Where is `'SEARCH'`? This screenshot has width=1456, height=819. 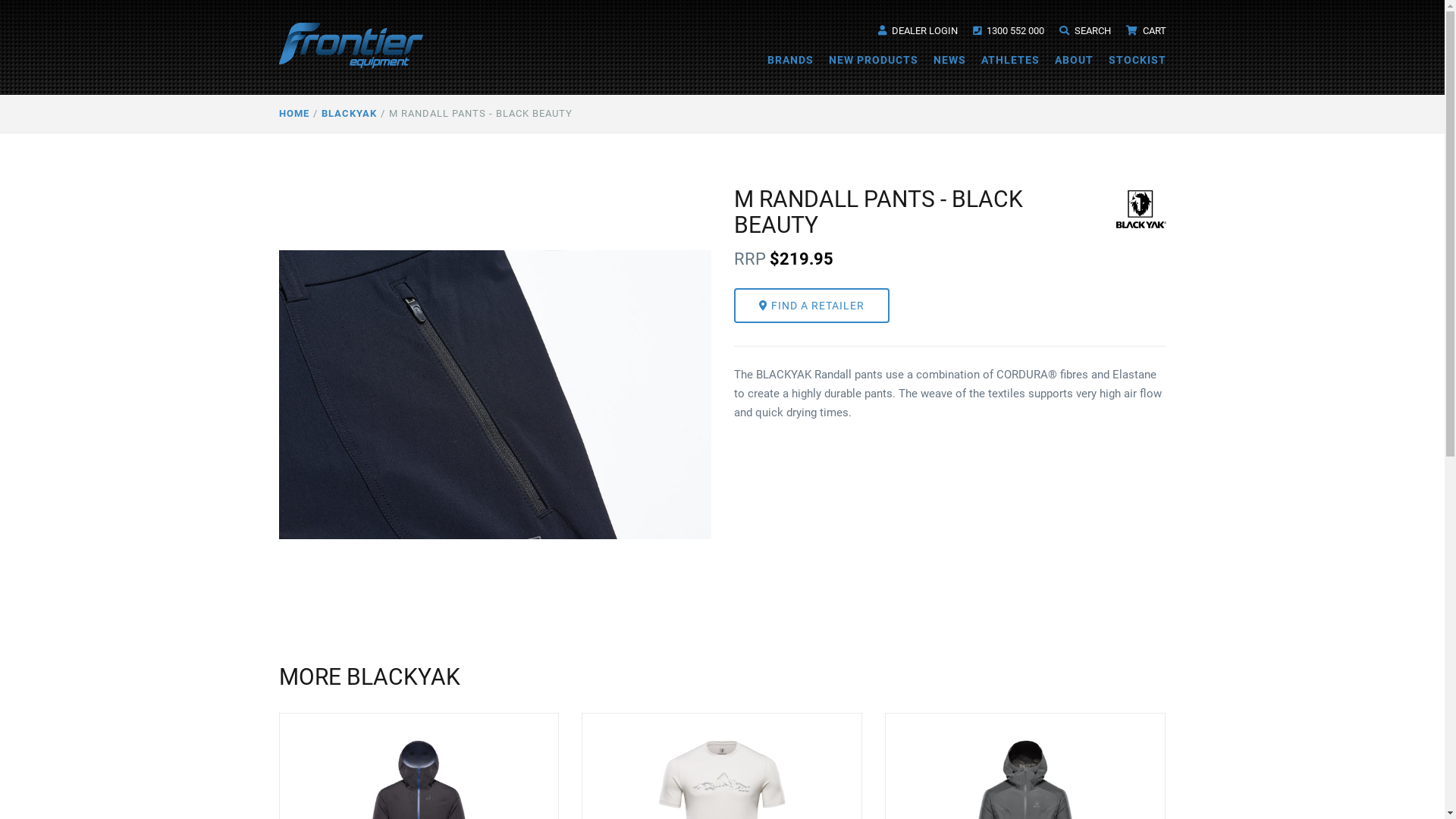 'SEARCH' is located at coordinates (1084, 30).